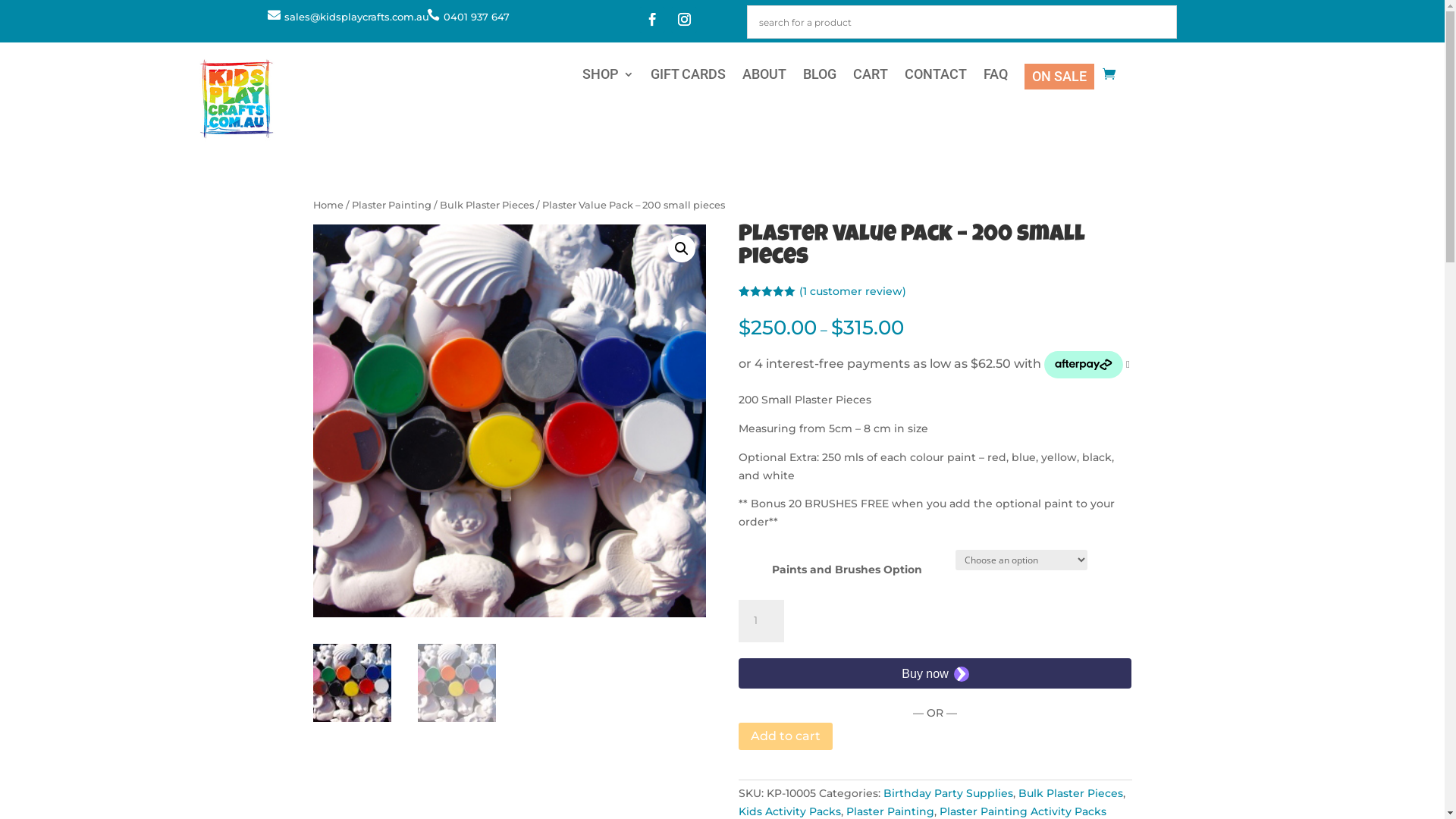  Describe the element at coordinates (818, 79) in the screenshot. I see `'BLOG'` at that location.